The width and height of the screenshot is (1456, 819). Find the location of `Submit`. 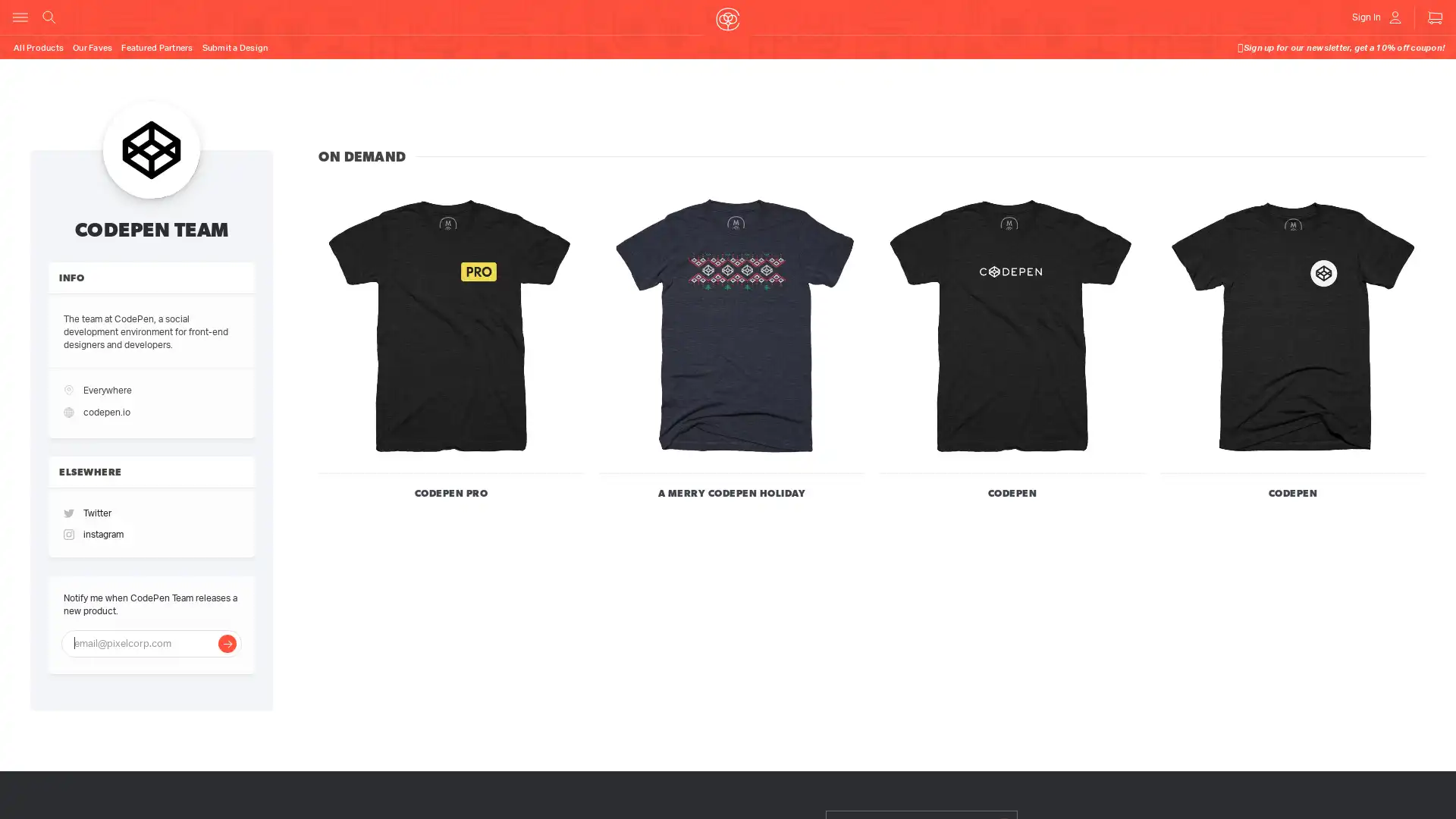

Submit is located at coordinates (226, 660).